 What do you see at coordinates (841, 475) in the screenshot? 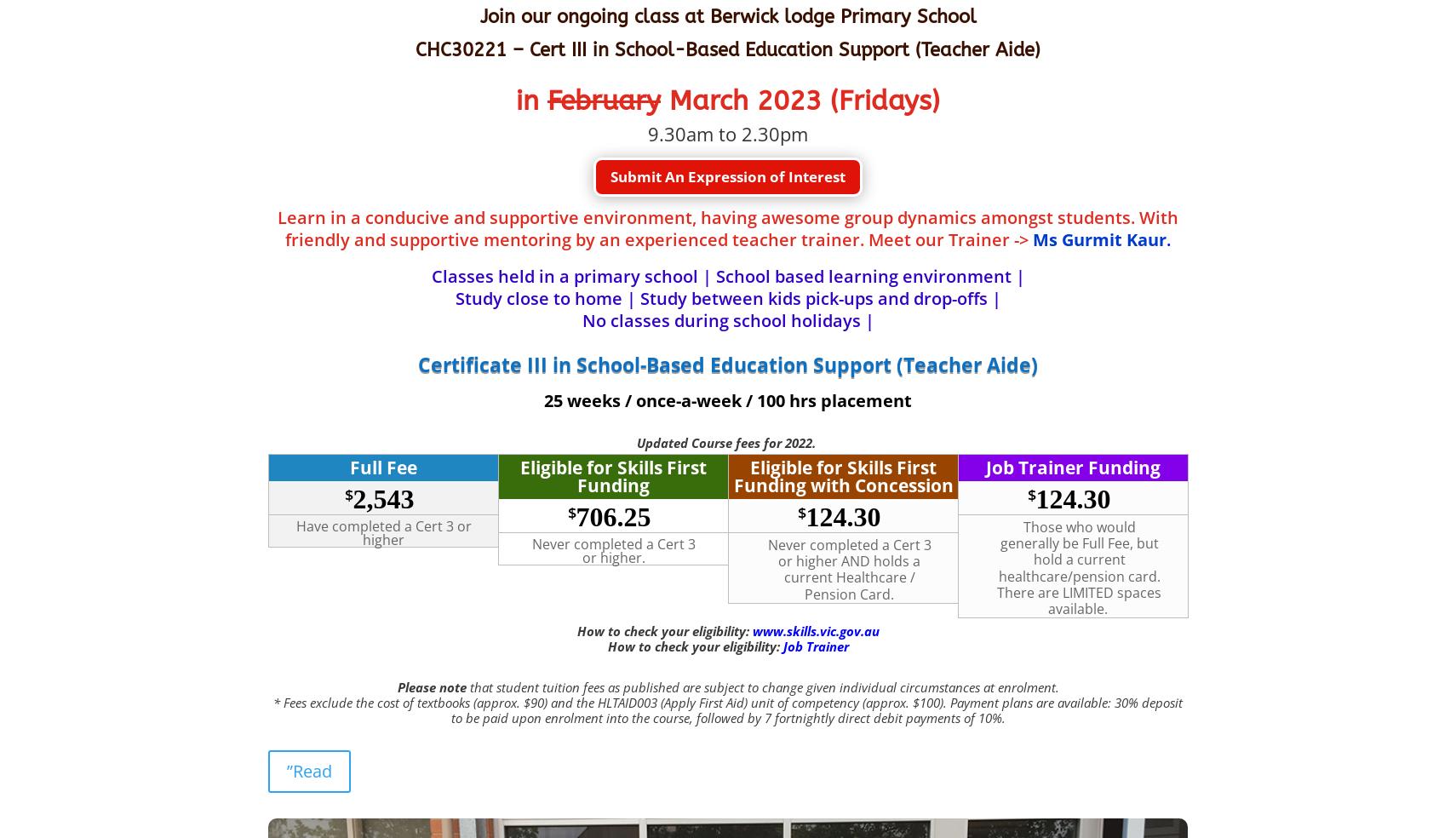
I see `'Eligible for Skills First Funding with Concession'` at bounding box center [841, 475].